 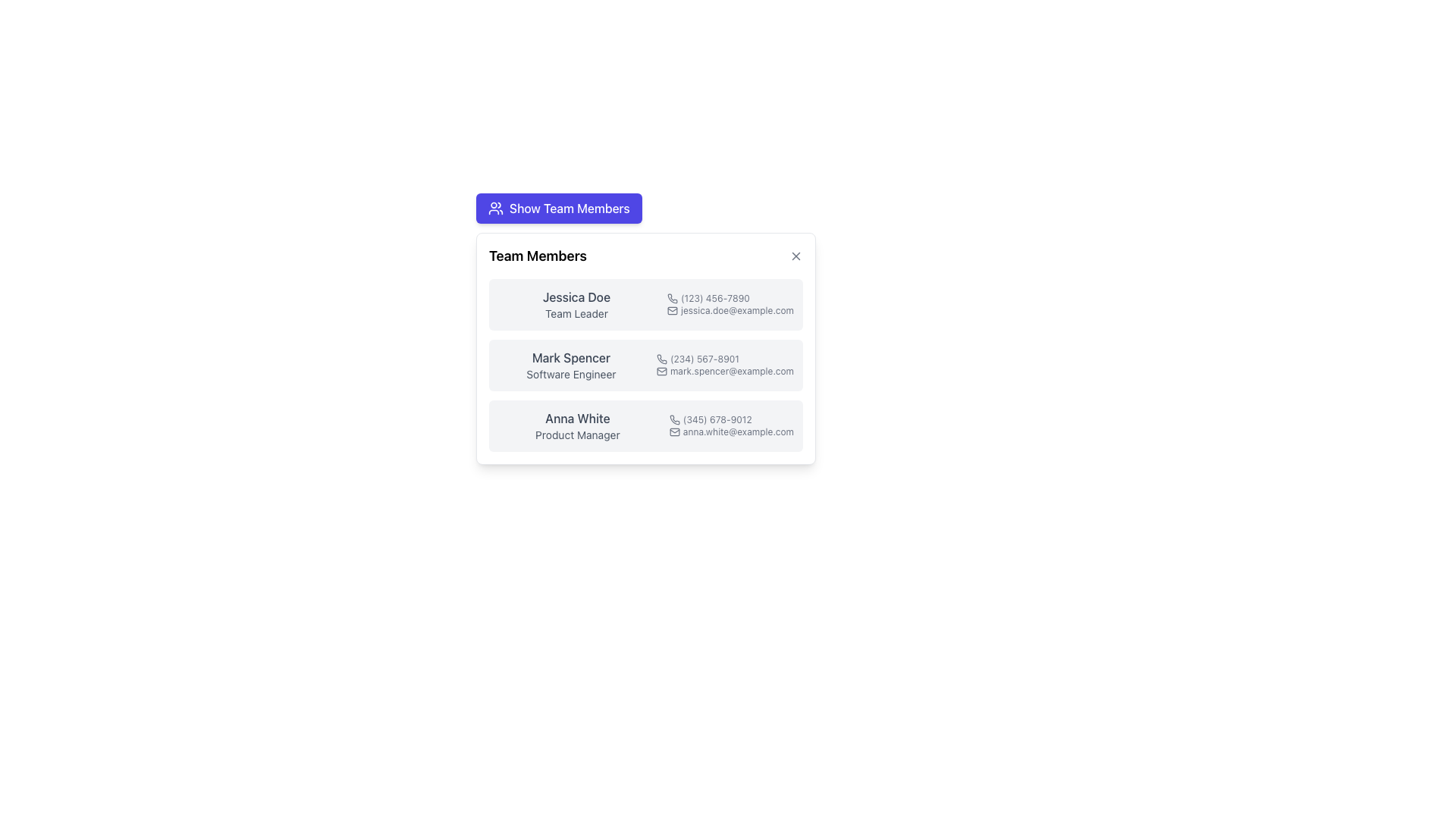 What do you see at coordinates (576, 426) in the screenshot?
I see `the Text Display indicating the name and role of a team member, located in the third slot of the user information card within the 'Team Members' modal dialogue` at bounding box center [576, 426].